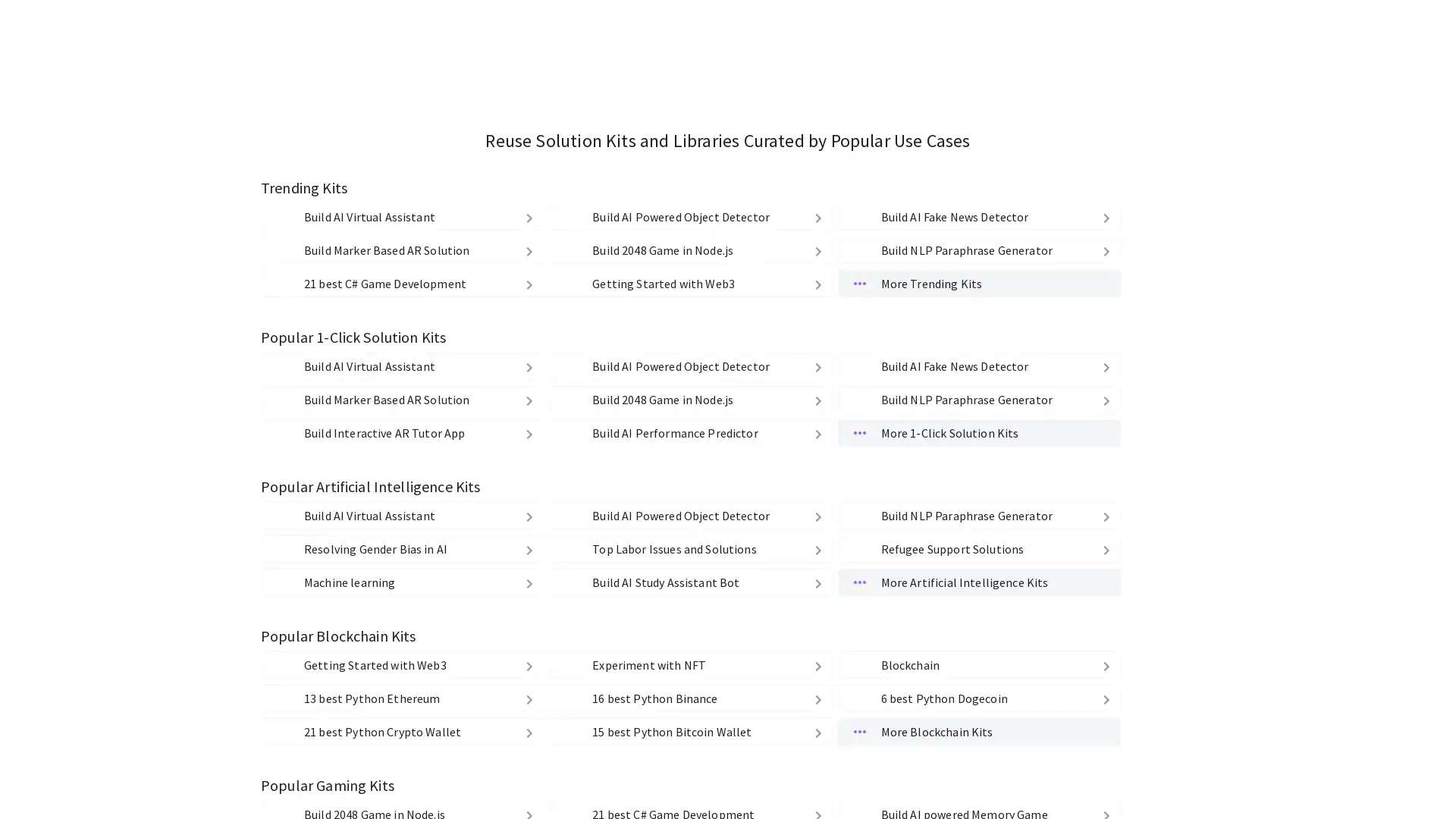 This screenshot has height=819, width=1456. I want to click on delete, so click(509, 632).